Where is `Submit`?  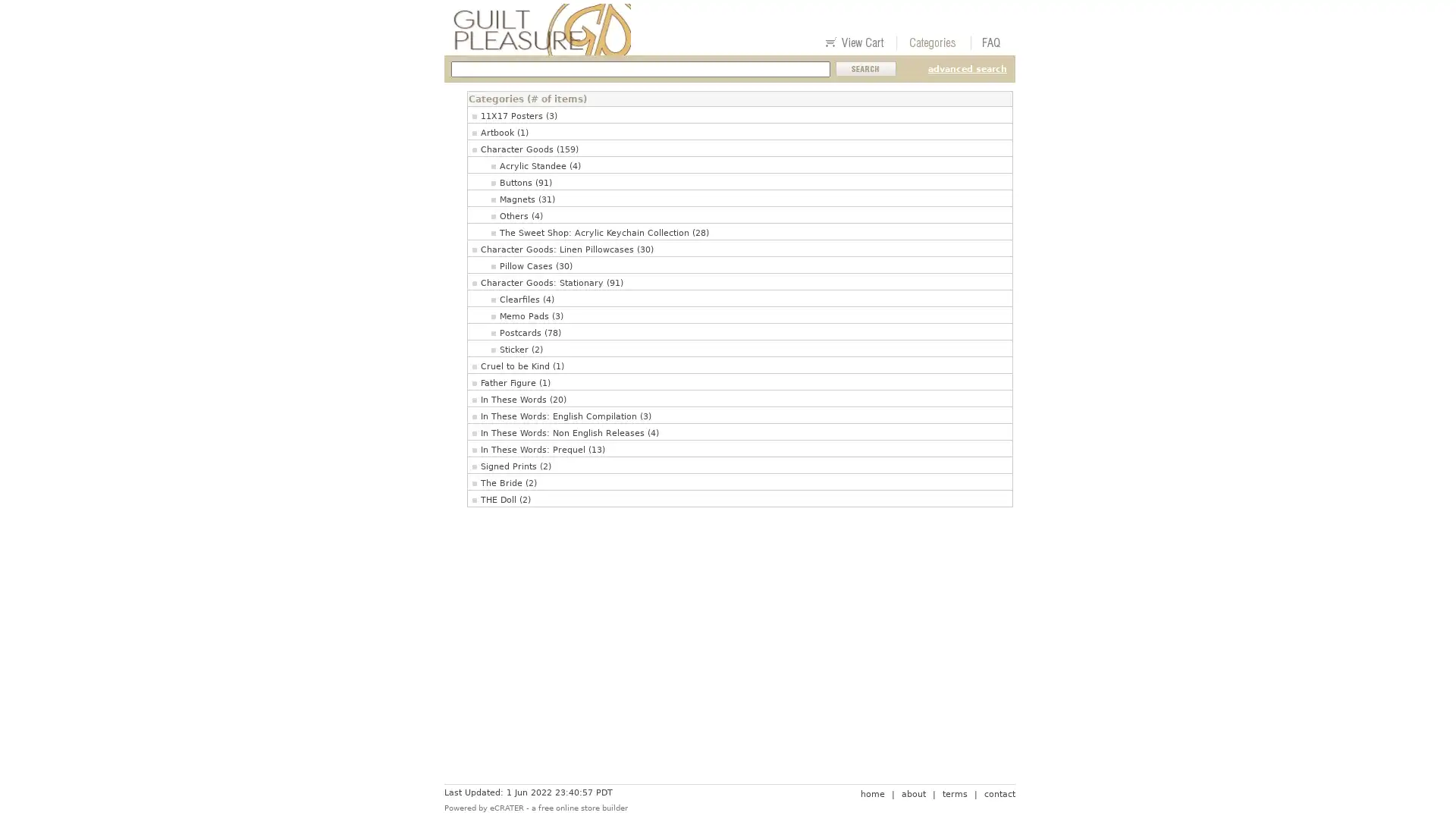
Submit is located at coordinates (865, 69).